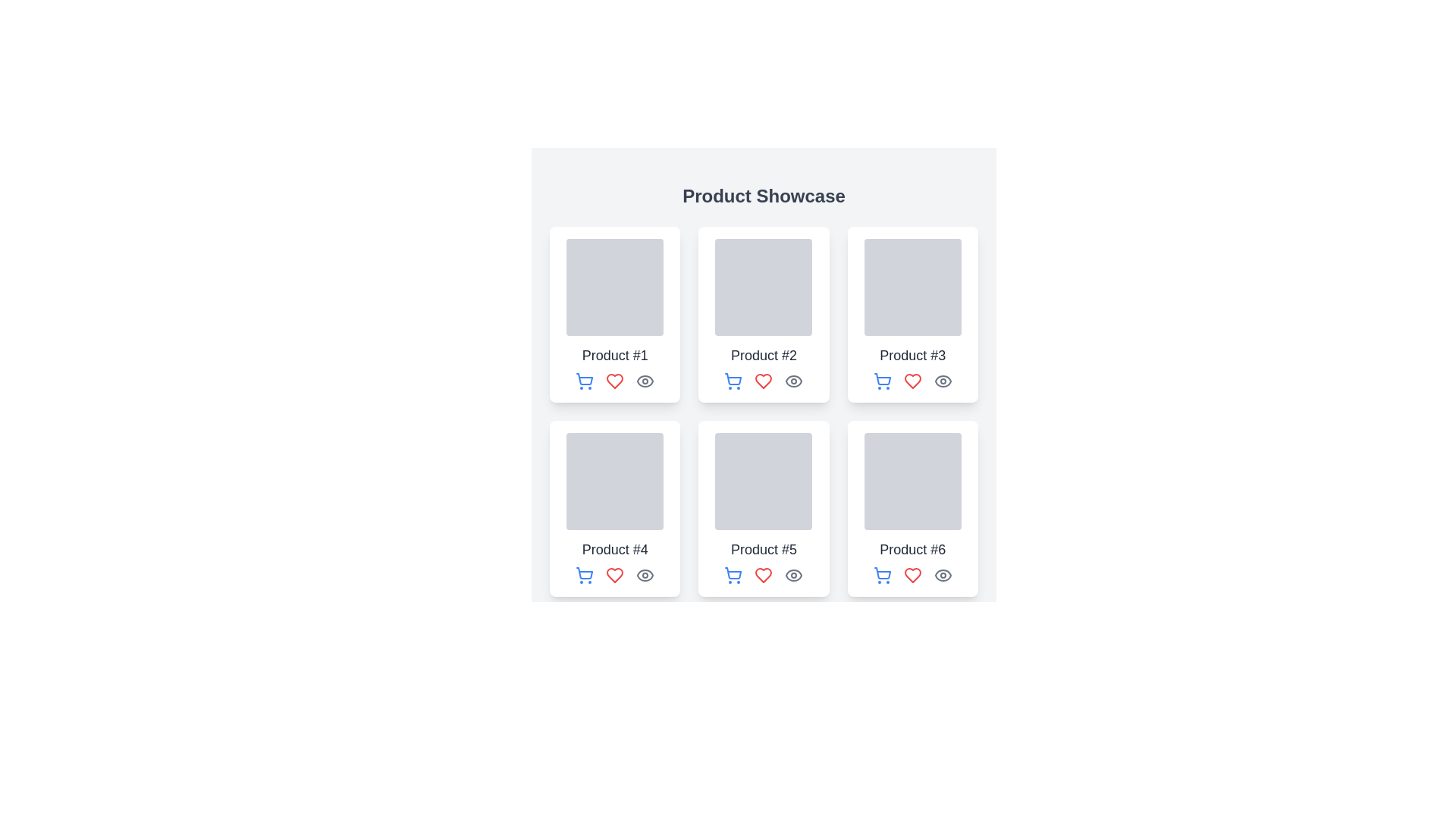 This screenshot has height=819, width=1456. What do you see at coordinates (615, 356) in the screenshot?
I see `the text label displaying 'Product #1' in bold gray font, located centrally below an image placeholder within a white card` at bounding box center [615, 356].